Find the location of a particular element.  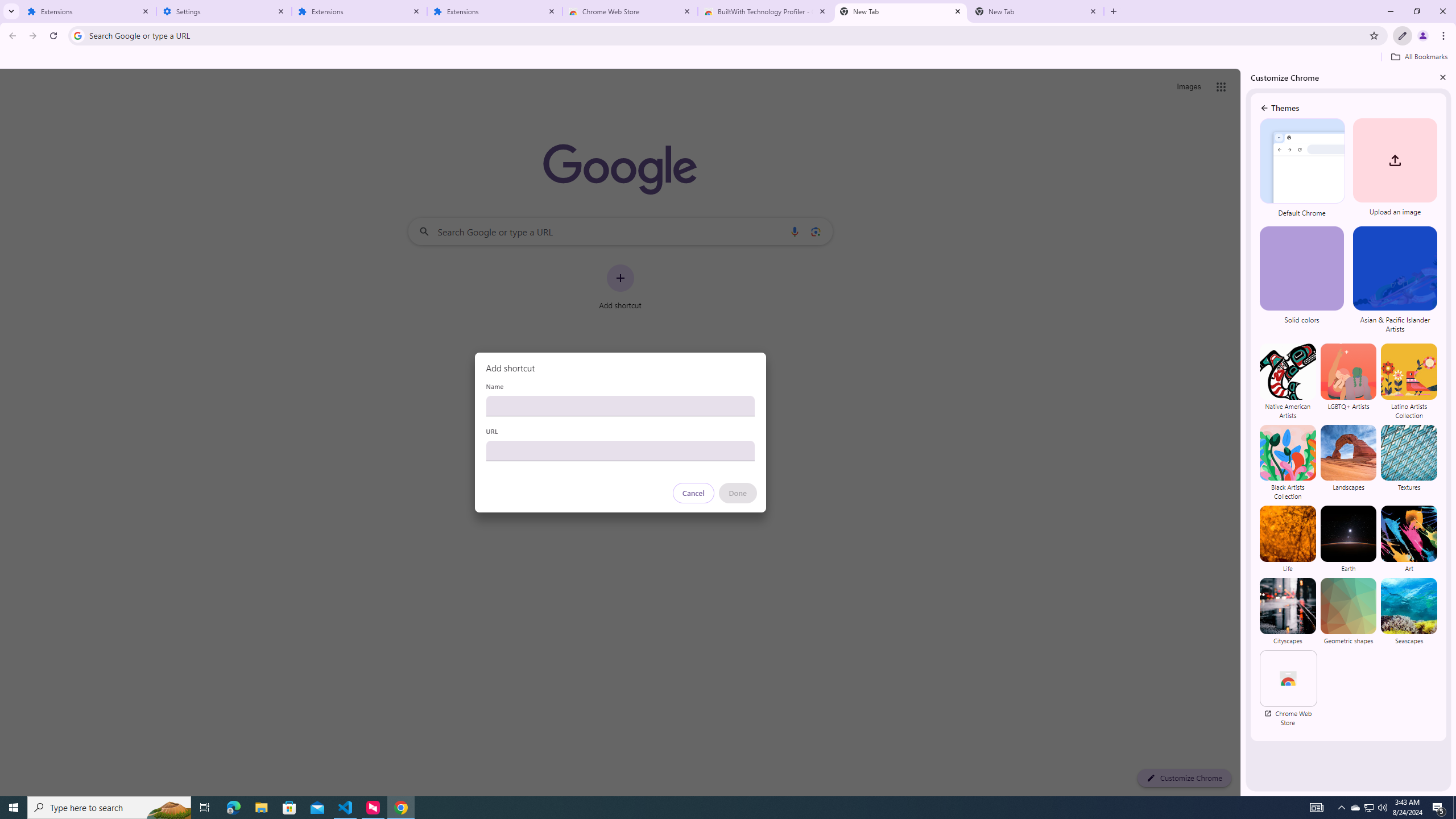

'Upload an image' is located at coordinates (1393, 168).